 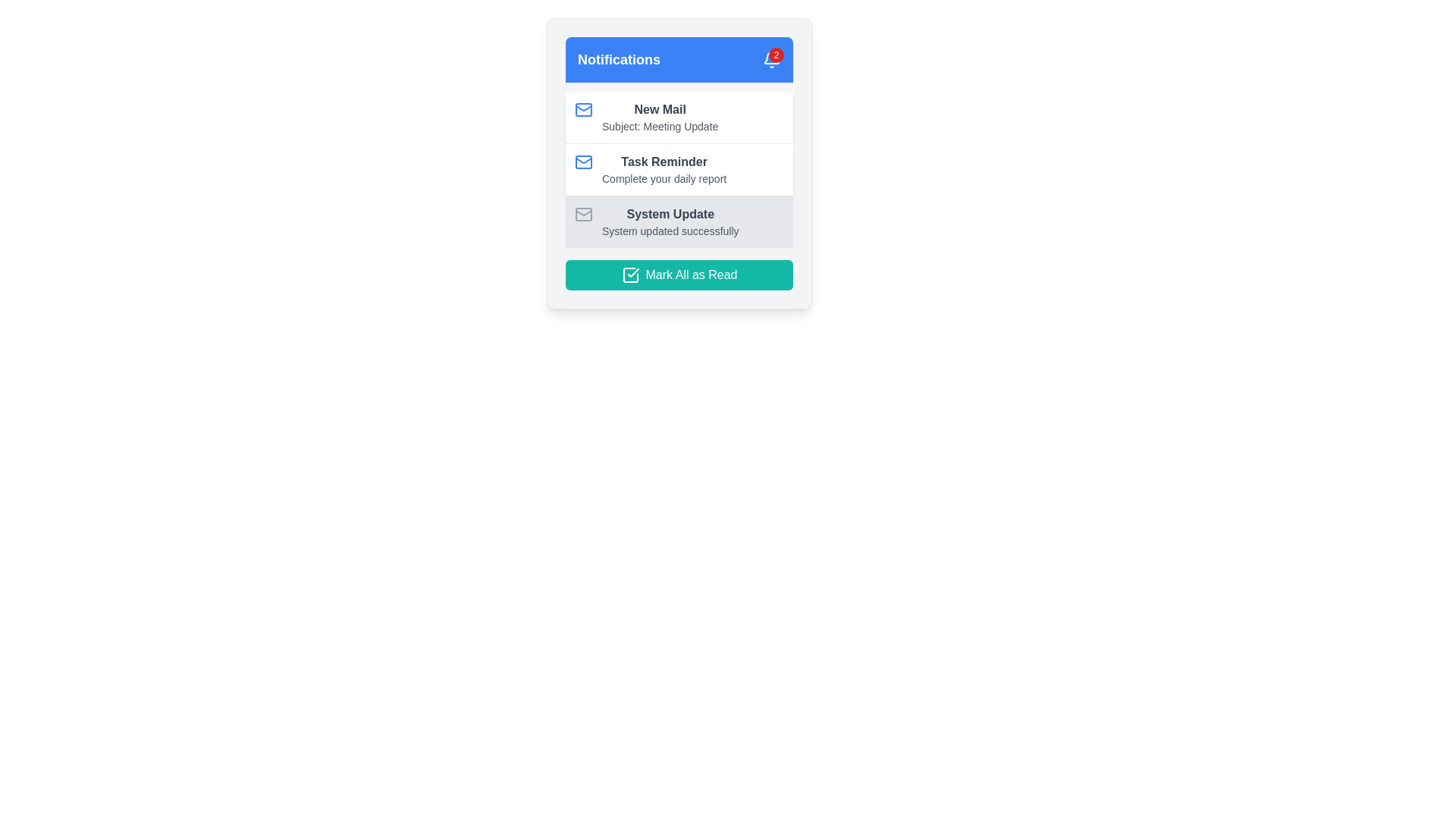 What do you see at coordinates (679, 116) in the screenshot?
I see `notification details from the first notification item or card in the notifications panel, which displays information about a new email` at bounding box center [679, 116].